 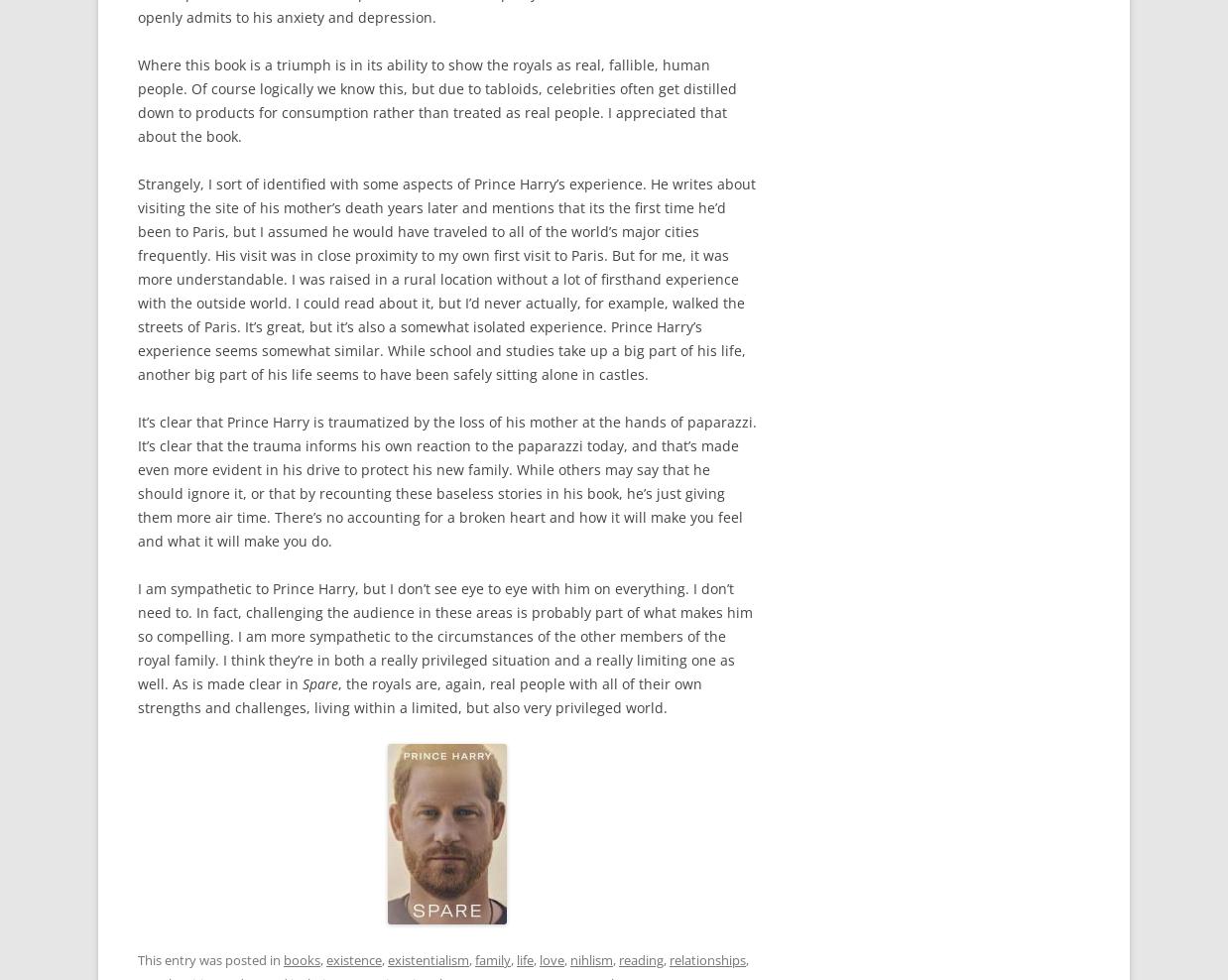 I want to click on 'reading', so click(x=640, y=960).